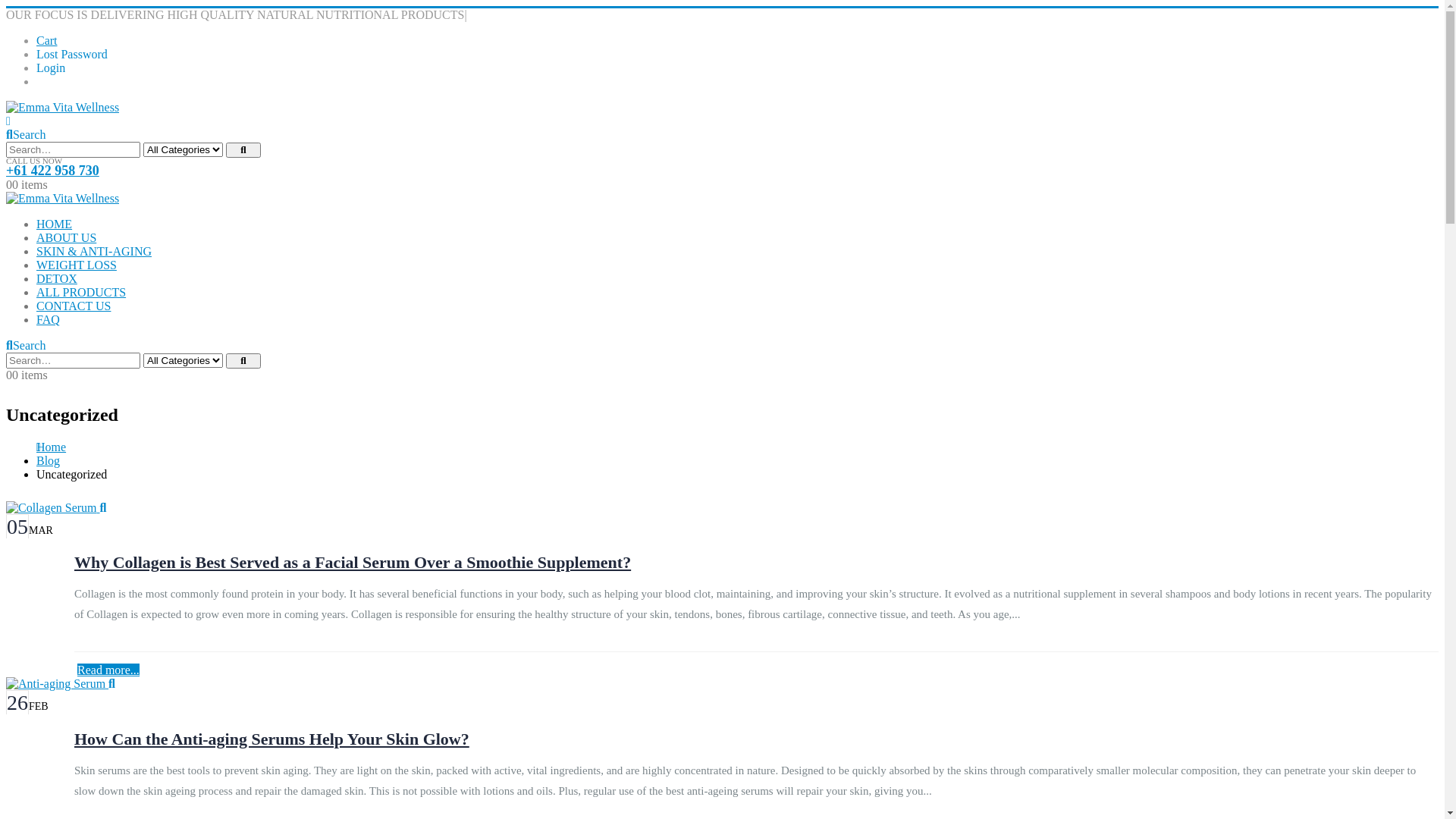  I want to click on 'ABOUT US', so click(36, 237).